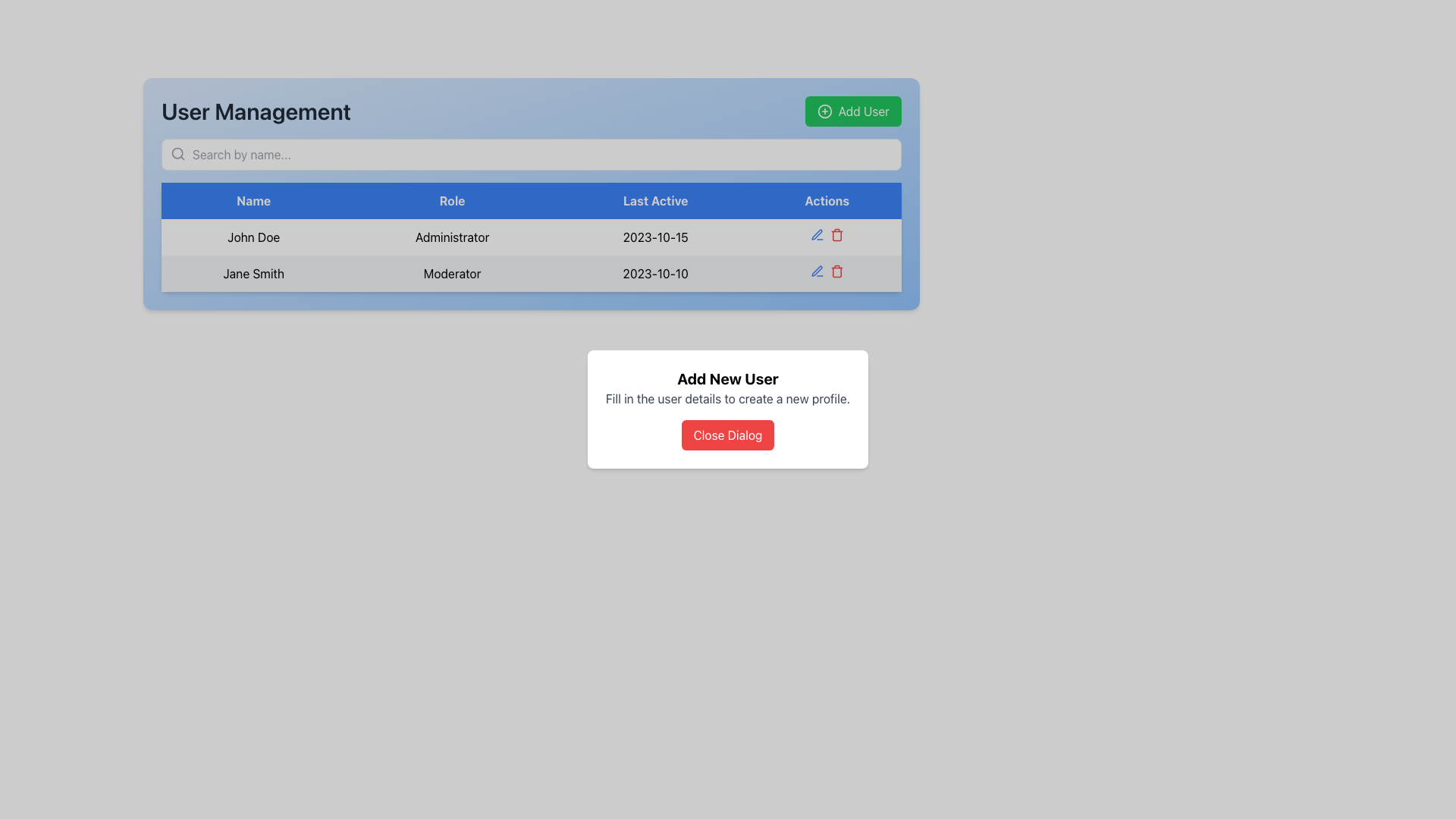  I want to click on the Text Label that serves as the title or heading of the interface section, located on the left side of the header, aligned horizontally with the 'Add User' button, so click(256, 110).